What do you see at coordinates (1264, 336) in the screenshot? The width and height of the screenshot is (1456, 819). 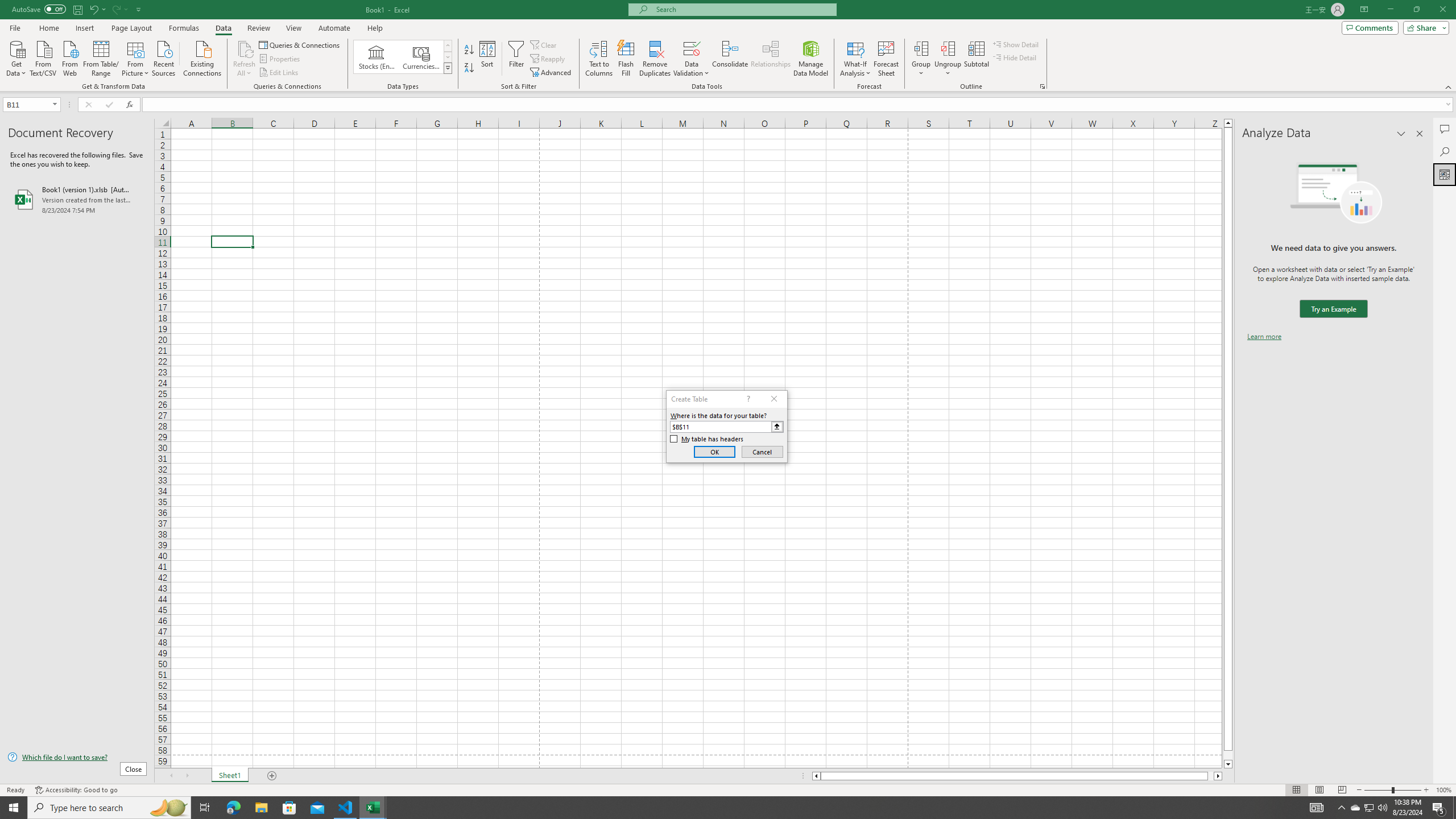 I see `'Learn more'` at bounding box center [1264, 336].